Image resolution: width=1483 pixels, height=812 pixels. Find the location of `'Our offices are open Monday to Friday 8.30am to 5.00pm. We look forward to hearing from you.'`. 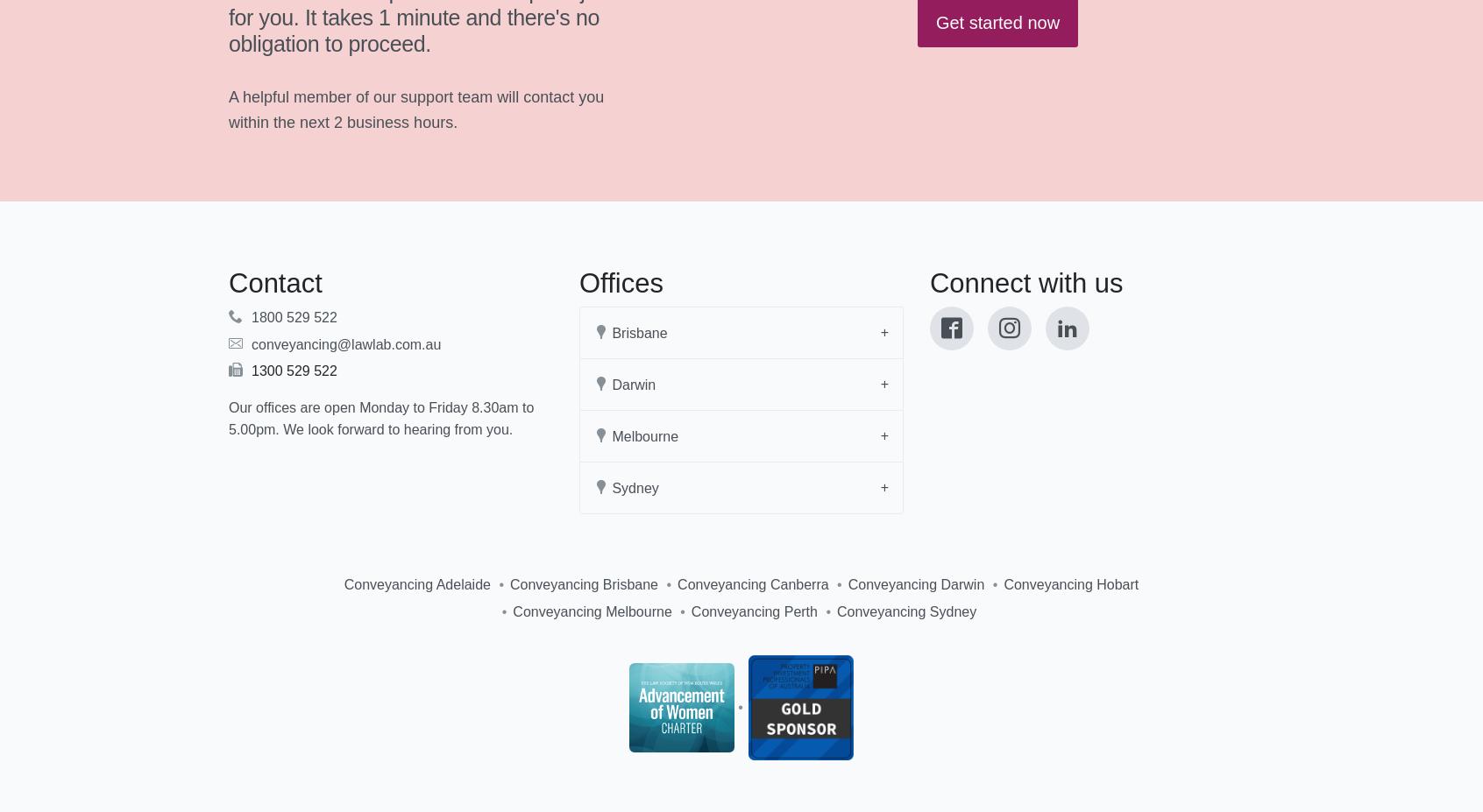

'Our offices are open Monday to Friday 8.30am to 5.00pm. We look forward to hearing from you.' is located at coordinates (380, 418).